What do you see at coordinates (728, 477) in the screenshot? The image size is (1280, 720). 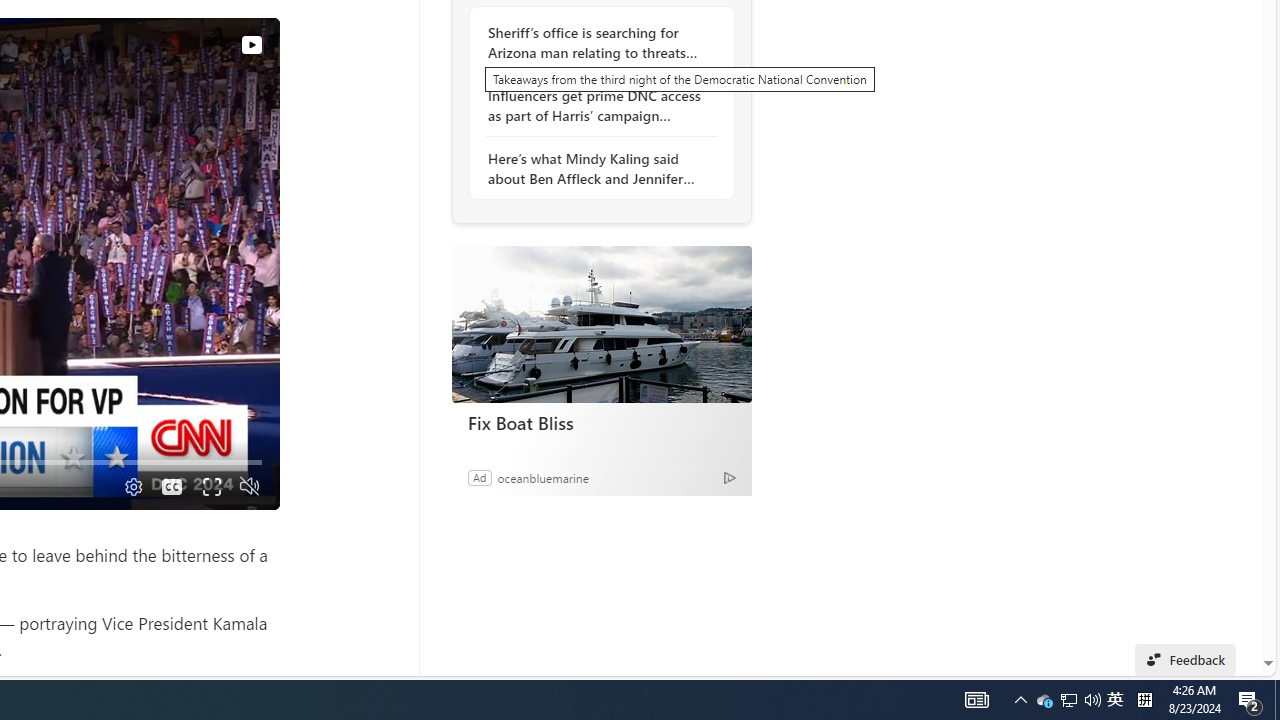 I see `'Ad Choice'` at bounding box center [728, 477].